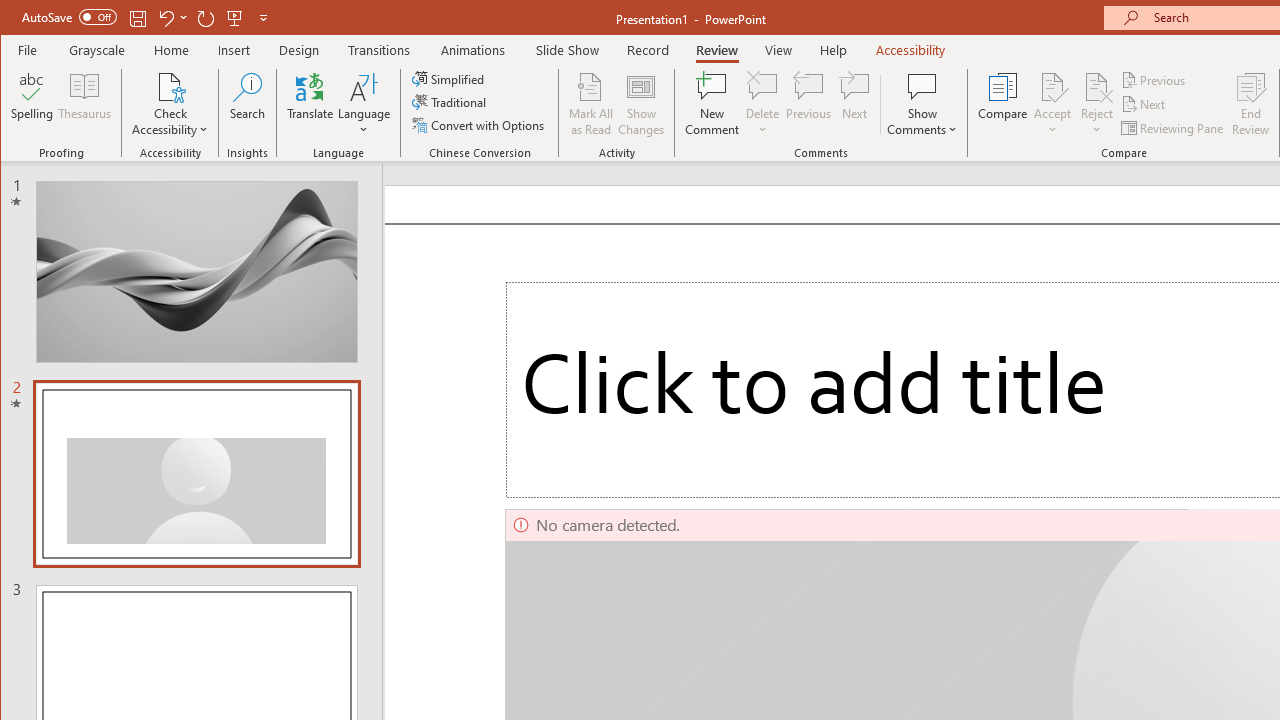 Image resolution: width=1280 pixels, height=720 pixels. Describe the element at coordinates (1173, 128) in the screenshot. I see `'Reviewing Pane'` at that location.